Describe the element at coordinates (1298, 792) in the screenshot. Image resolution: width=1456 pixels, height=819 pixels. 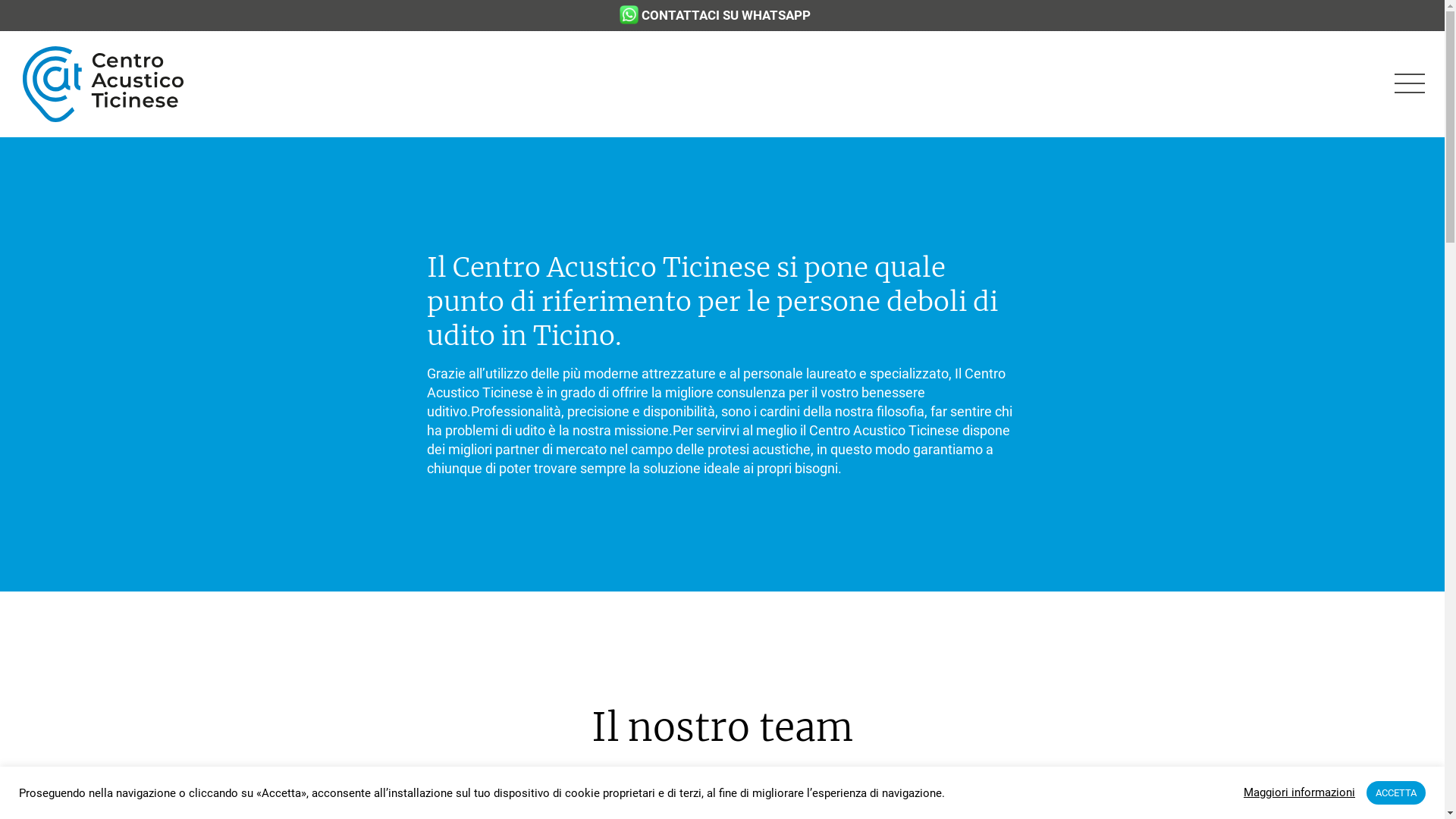
I see `'Maggiori informazioni'` at that location.